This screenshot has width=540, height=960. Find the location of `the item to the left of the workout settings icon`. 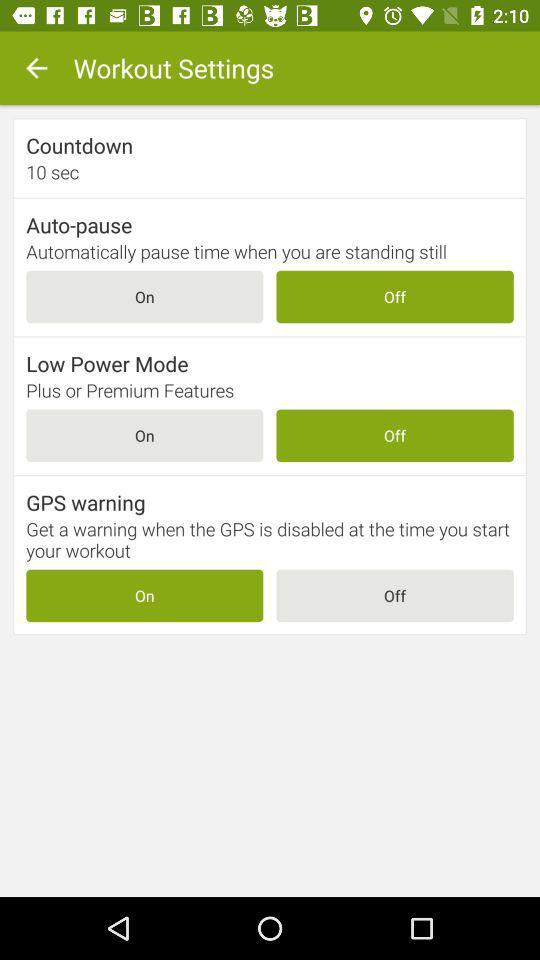

the item to the left of the workout settings icon is located at coordinates (36, 68).